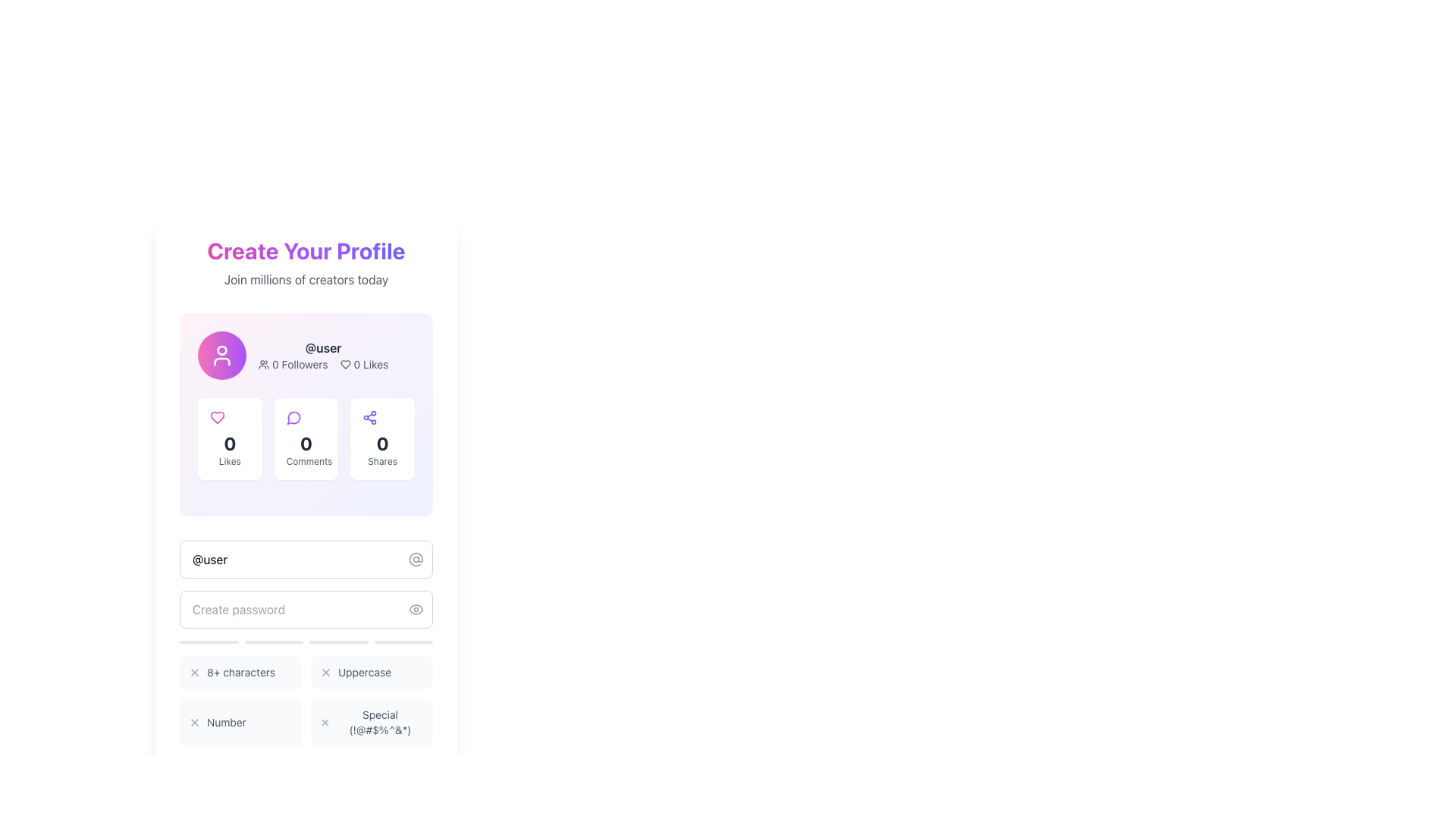  What do you see at coordinates (194, 672) in the screenshot?
I see `the small gray 'X' SVG icon, which is positioned at the top-left corner of the password requirement block mentioning '8+ characters'` at bounding box center [194, 672].